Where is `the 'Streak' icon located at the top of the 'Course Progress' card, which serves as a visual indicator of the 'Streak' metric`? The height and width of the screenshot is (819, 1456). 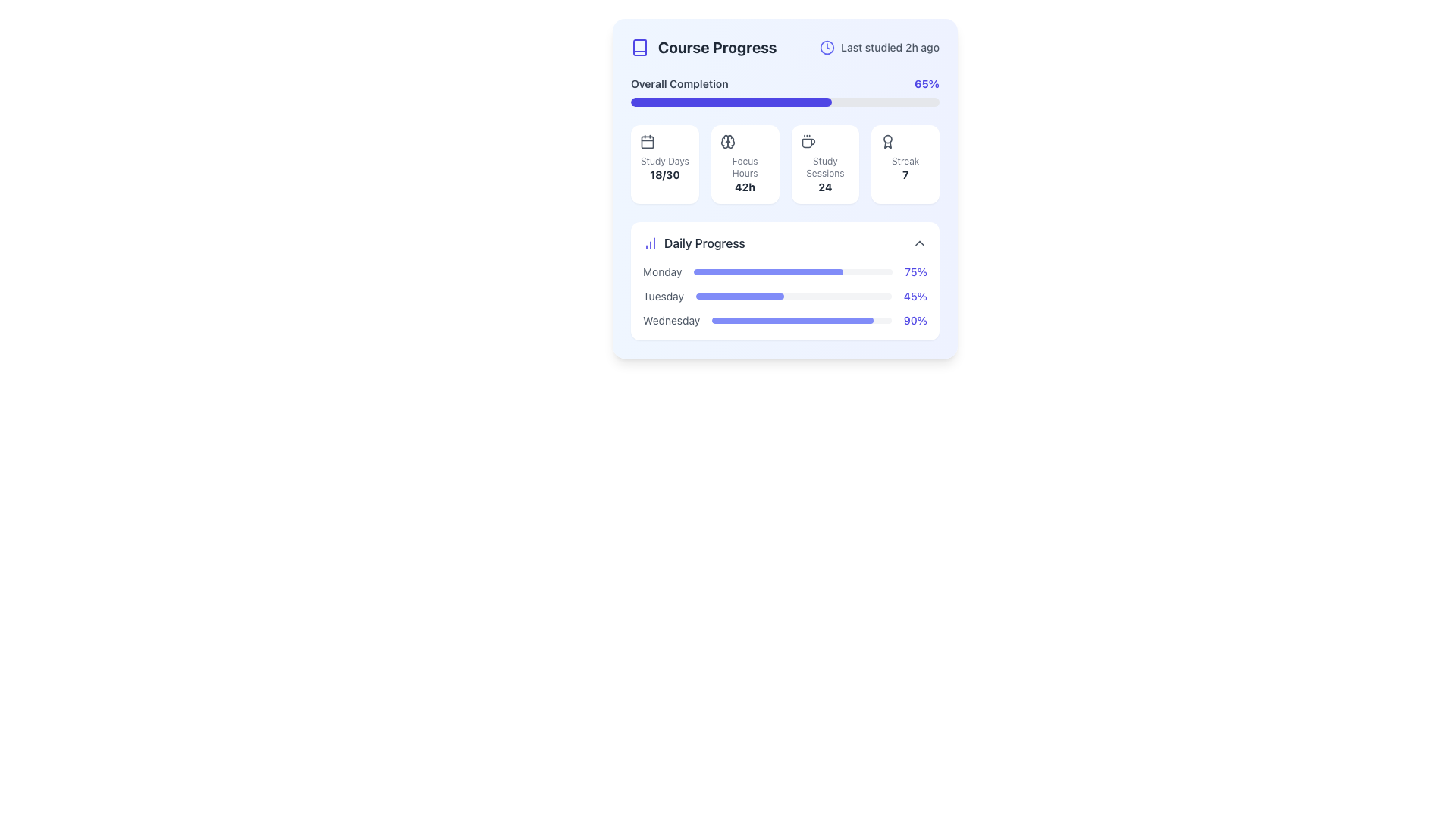
the 'Streak' icon located at the top of the 'Course Progress' card, which serves as a visual indicator of the 'Streak' metric is located at coordinates (888, 141).